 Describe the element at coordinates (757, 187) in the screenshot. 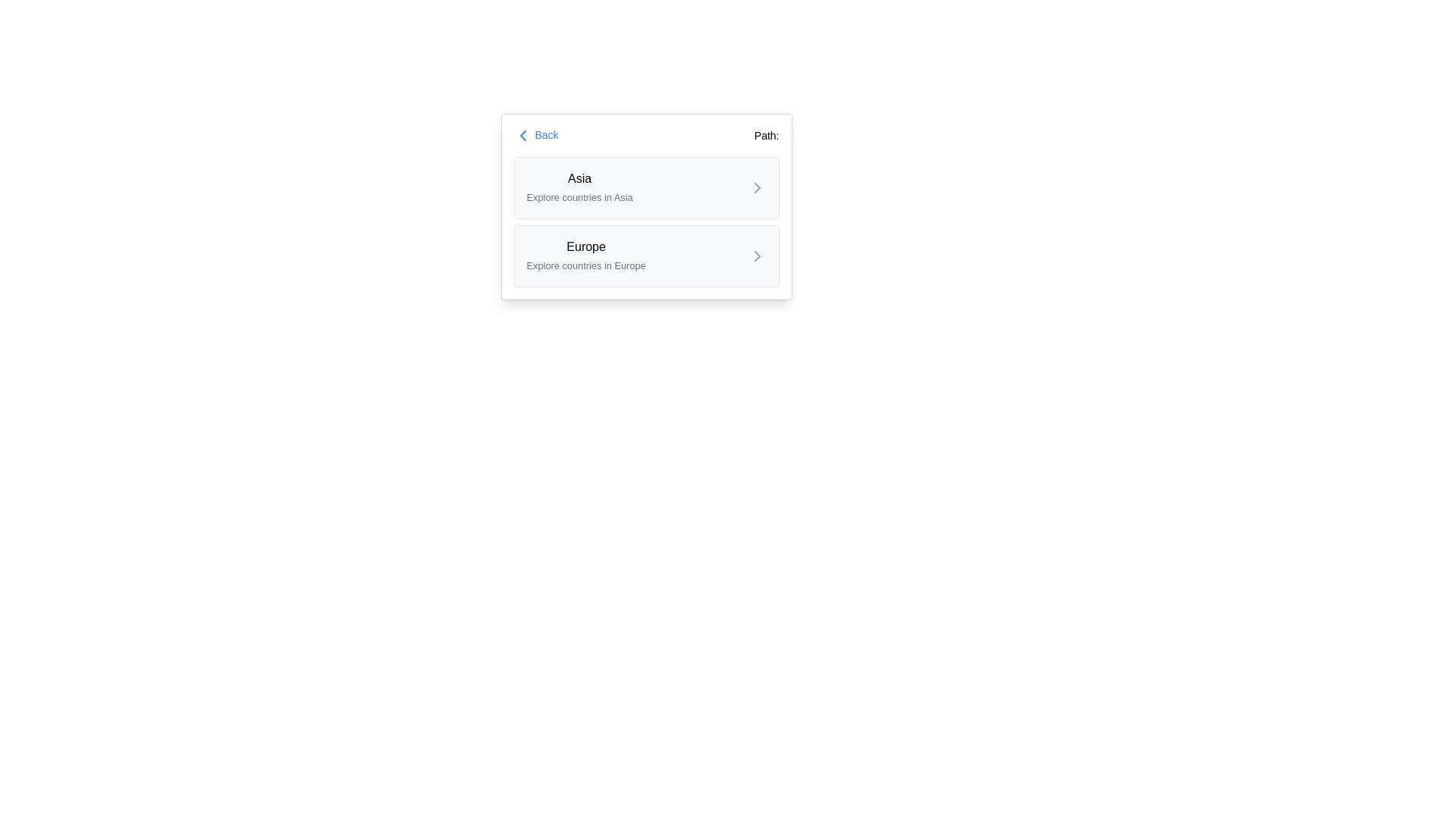

I see `the triangular right-pointing chevron icon located to the right of the 'Asia' text in the first list item of the displayed pane` at that location.